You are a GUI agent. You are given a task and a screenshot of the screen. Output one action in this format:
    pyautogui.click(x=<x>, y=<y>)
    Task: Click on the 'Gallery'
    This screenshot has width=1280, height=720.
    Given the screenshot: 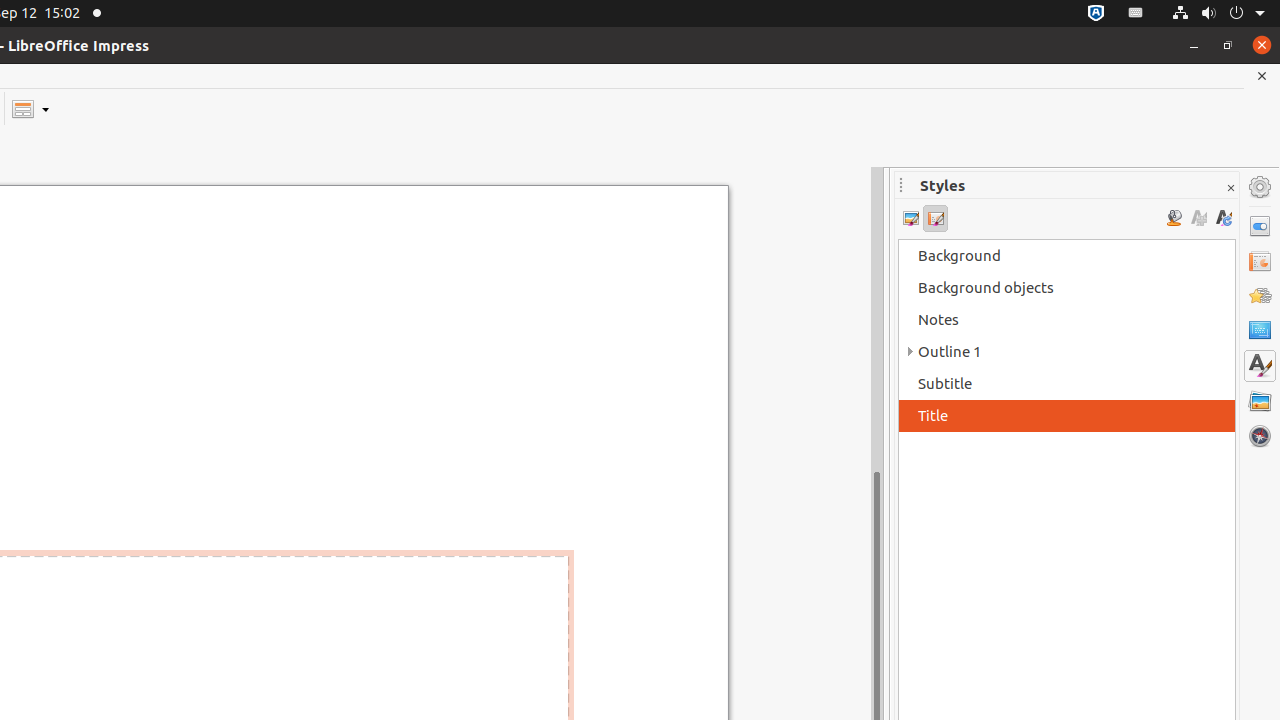 What is the action you would take?
    pyautogui.click(x=1259, y=400)
    